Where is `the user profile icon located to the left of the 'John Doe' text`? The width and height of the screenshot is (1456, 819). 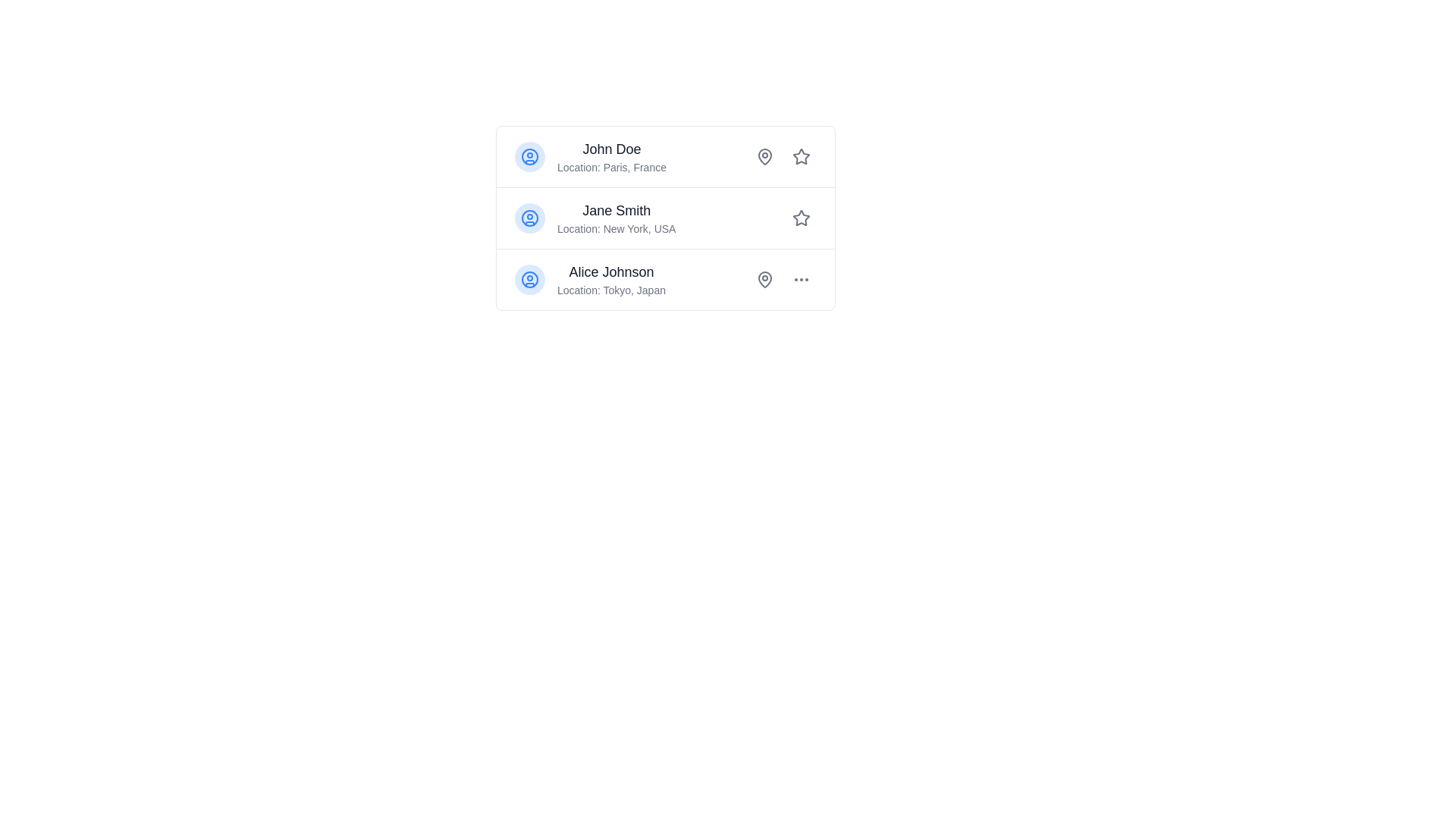 the user profile icon located to the left of the 'John Doe' text is located at coordinates (530, 157).